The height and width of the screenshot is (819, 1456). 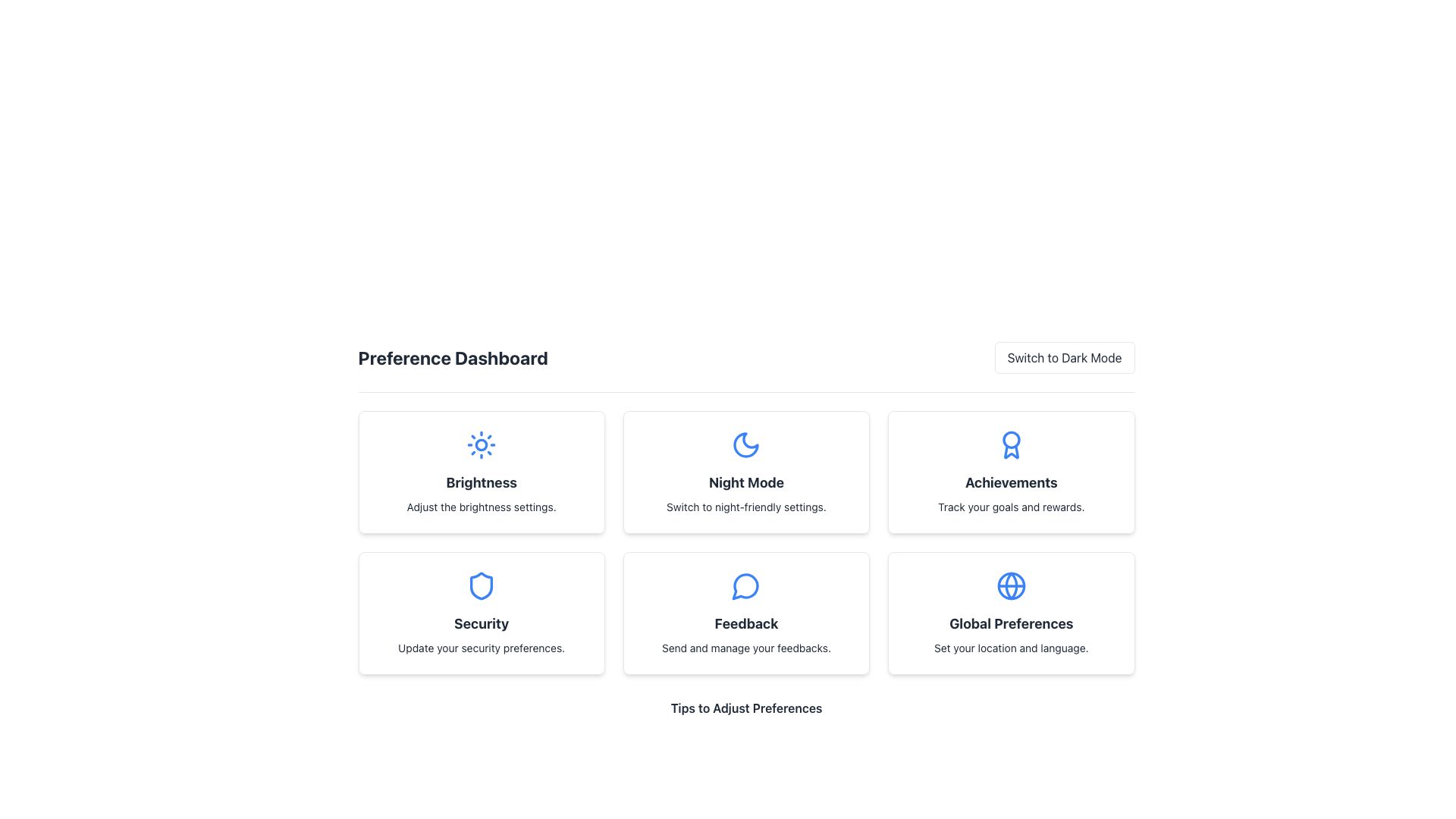 I want to click on the blue globe icon in the 'Global Preferences' card, which is centrally aligned above the header text 'Global Preferences', so click(x=1011, y=585).